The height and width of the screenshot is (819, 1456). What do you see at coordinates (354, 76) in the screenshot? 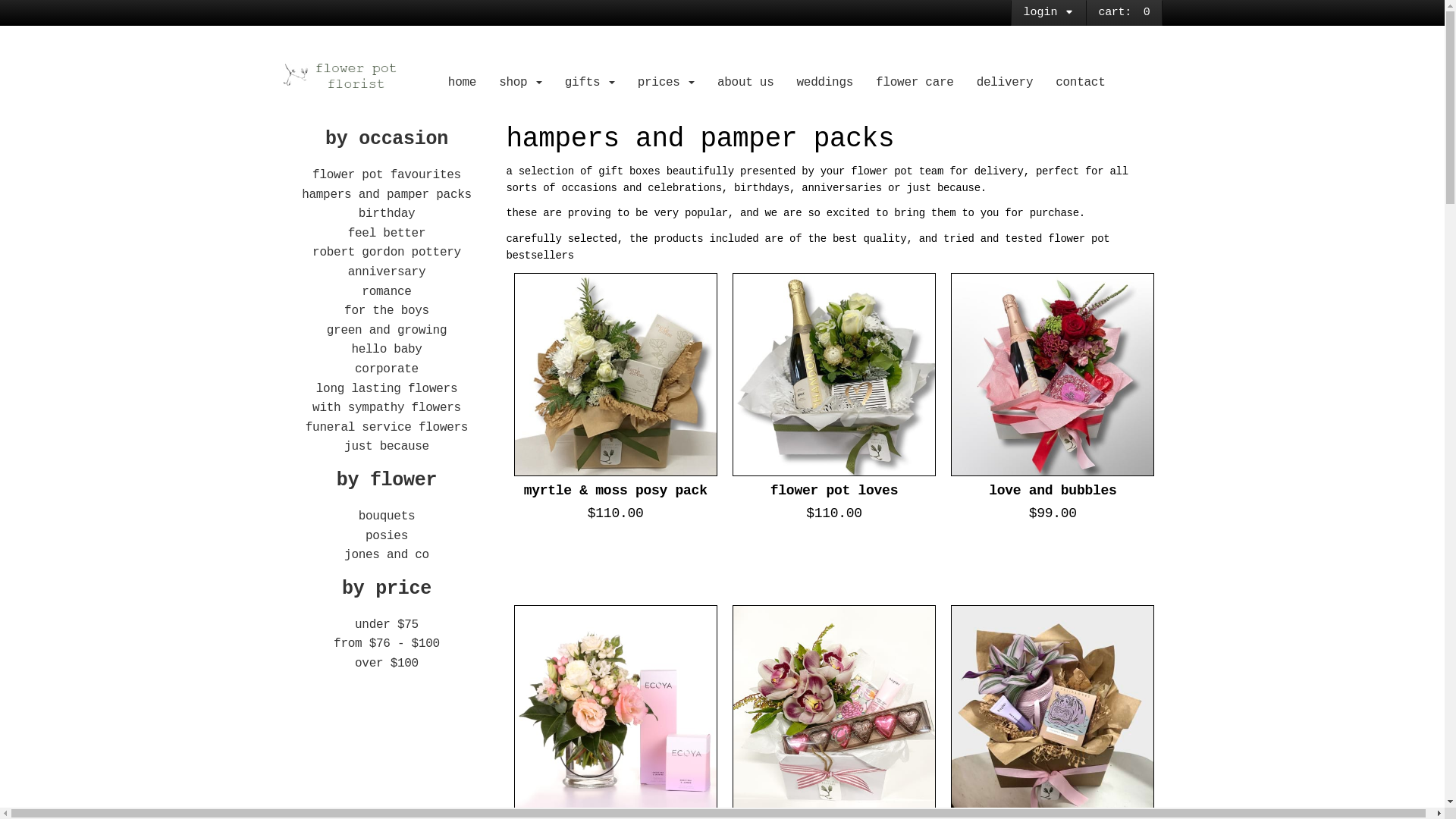
I see `'Flower Pot Florist'` at bounding box center [354, 76].